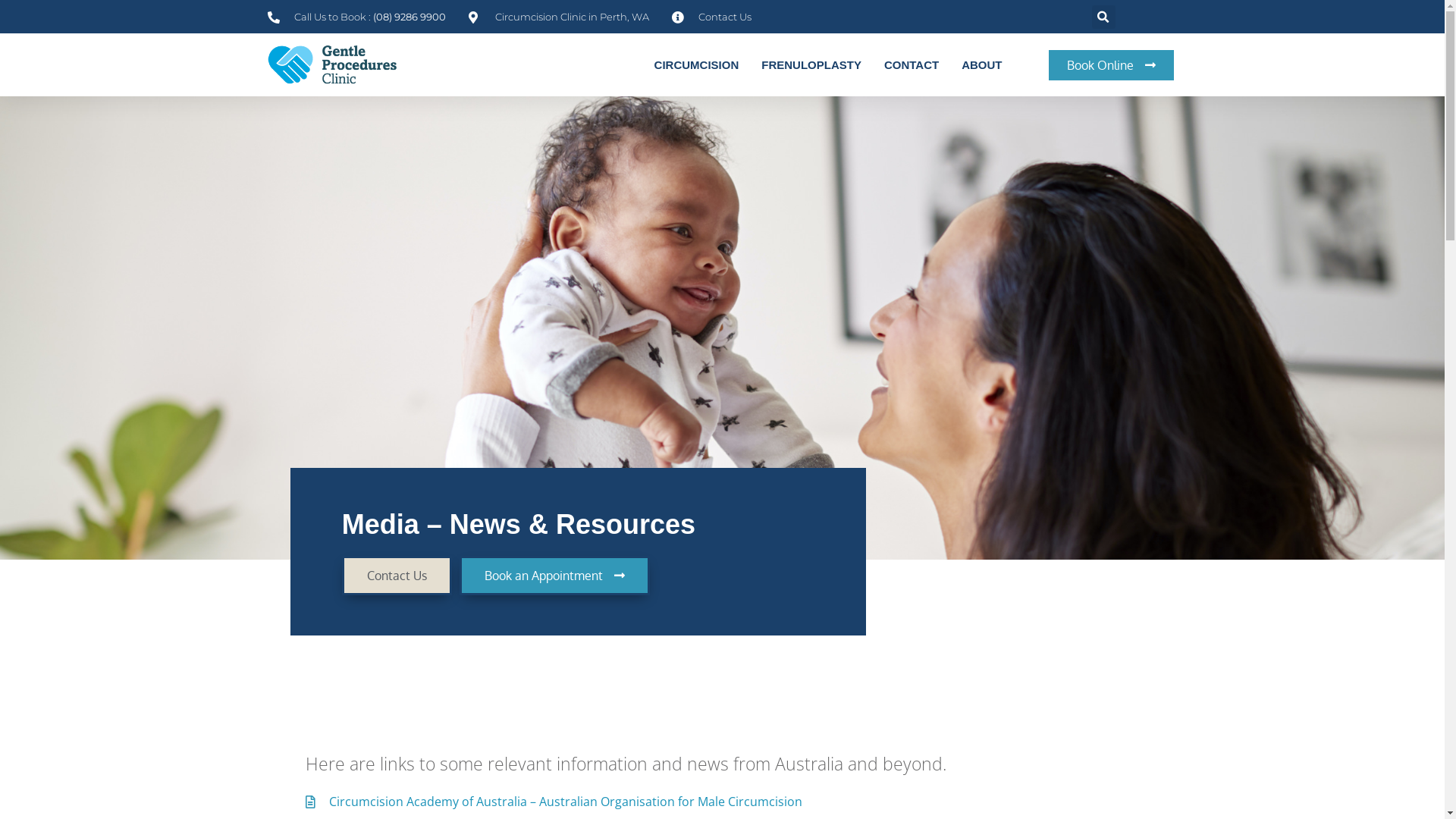 The image size is (1456, 819). Describe the element at coordinates (266, 17) in the screenshot. I see `'Call Us to Book : (08) 9286 9900'` at that location.